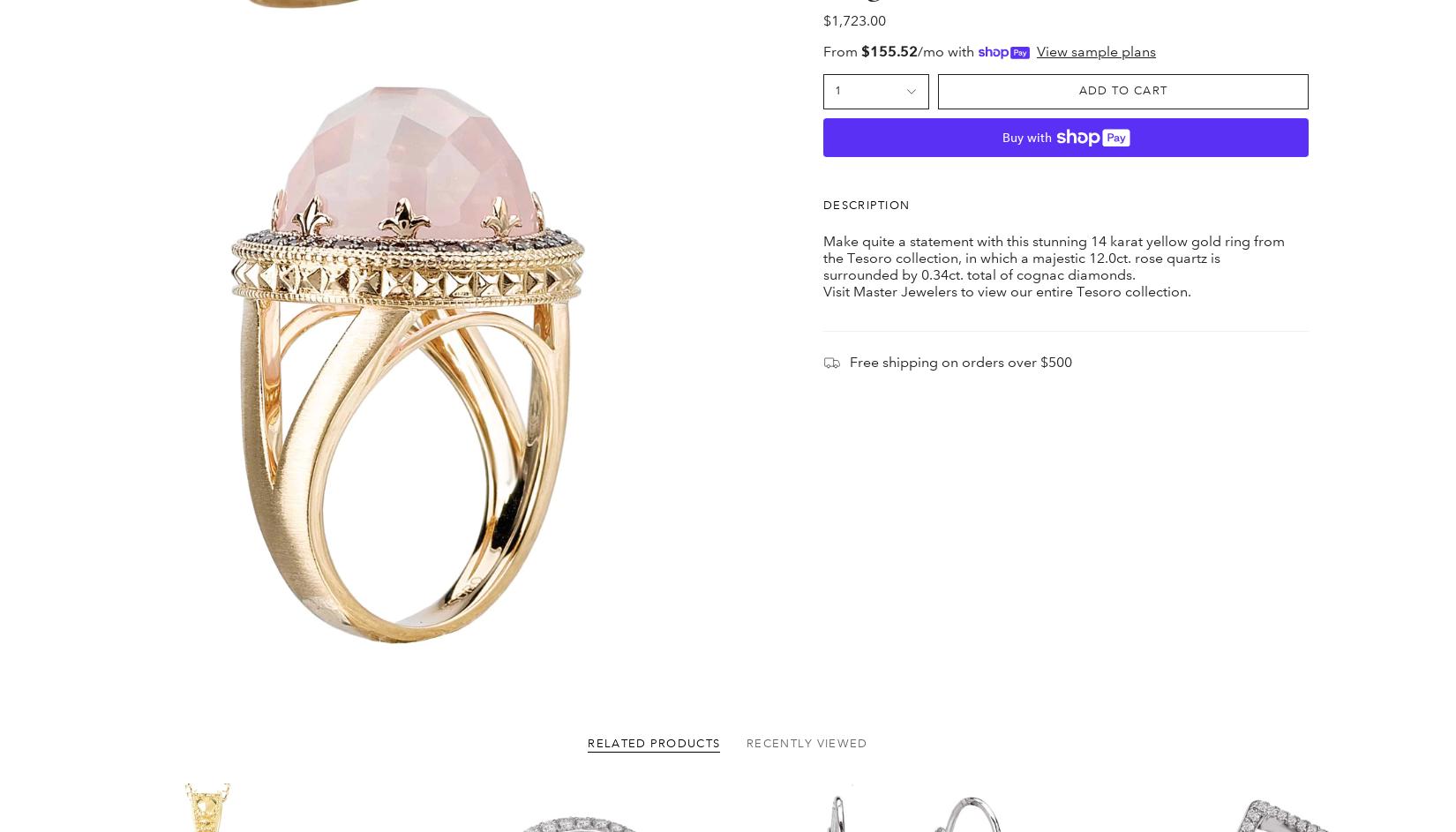 The image size is (1456, 832). Describe the element at coordinates (807, 27) in the screenshot. I see `'Recently viewed'` at that location.